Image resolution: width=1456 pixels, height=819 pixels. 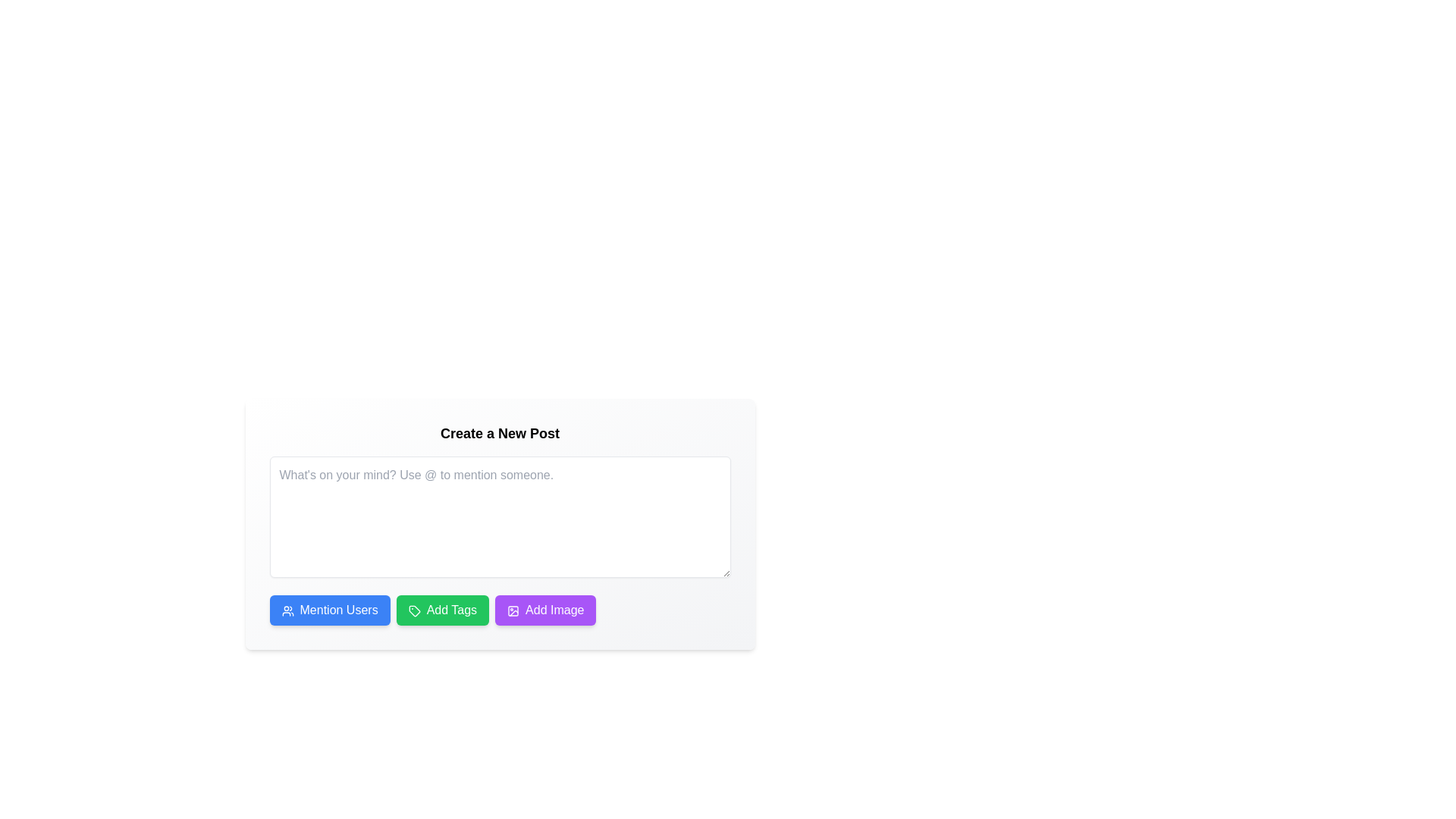 What do you see at coordinates (287, 610) in the screenshot?
I see `the 'Mention Users' button, which is identified by the icon located to the left of the button's text label` at bounding box center [287, 610].